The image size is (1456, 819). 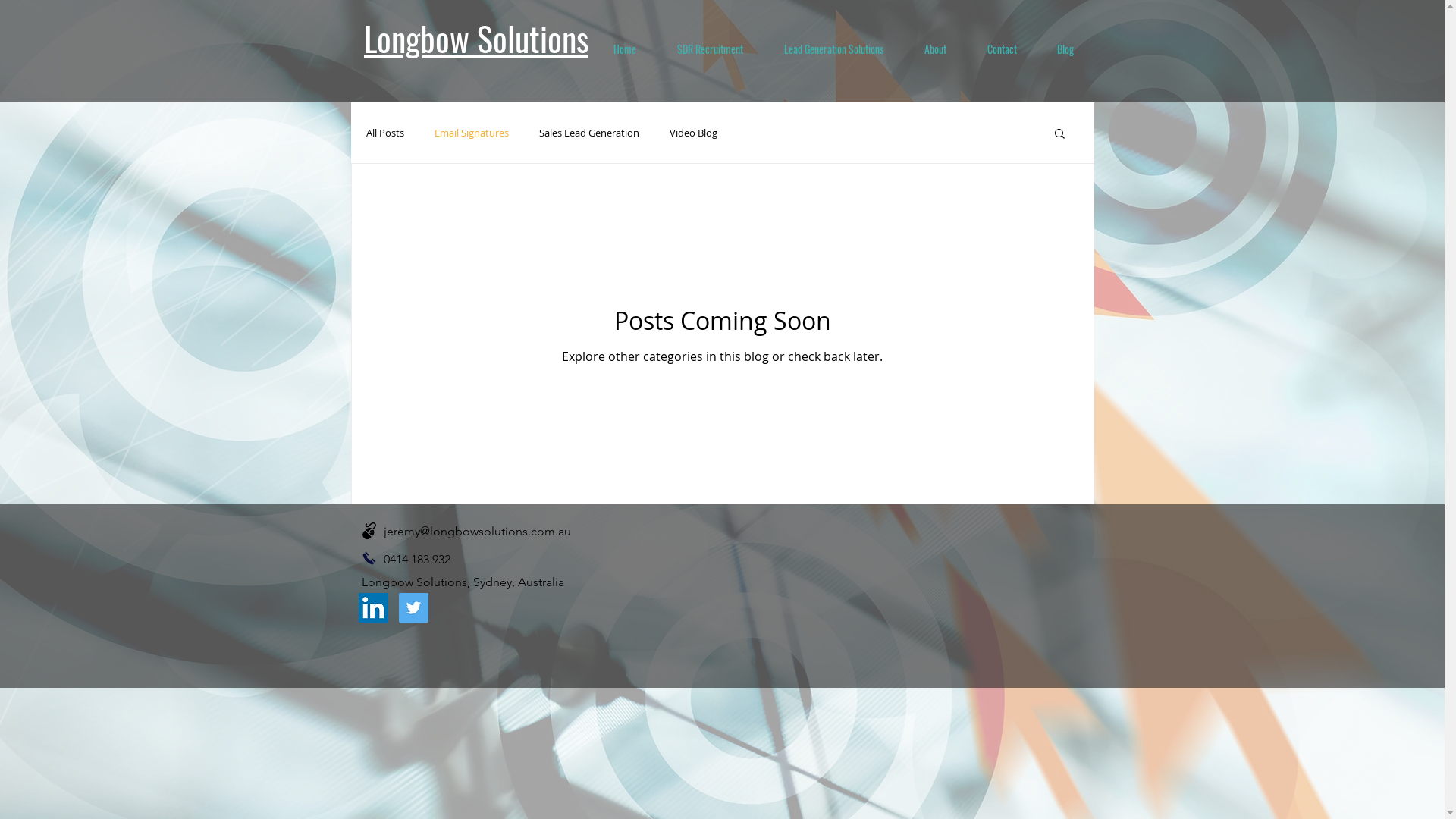 I want to click on 'All Posts', so click(x=384, y=131).